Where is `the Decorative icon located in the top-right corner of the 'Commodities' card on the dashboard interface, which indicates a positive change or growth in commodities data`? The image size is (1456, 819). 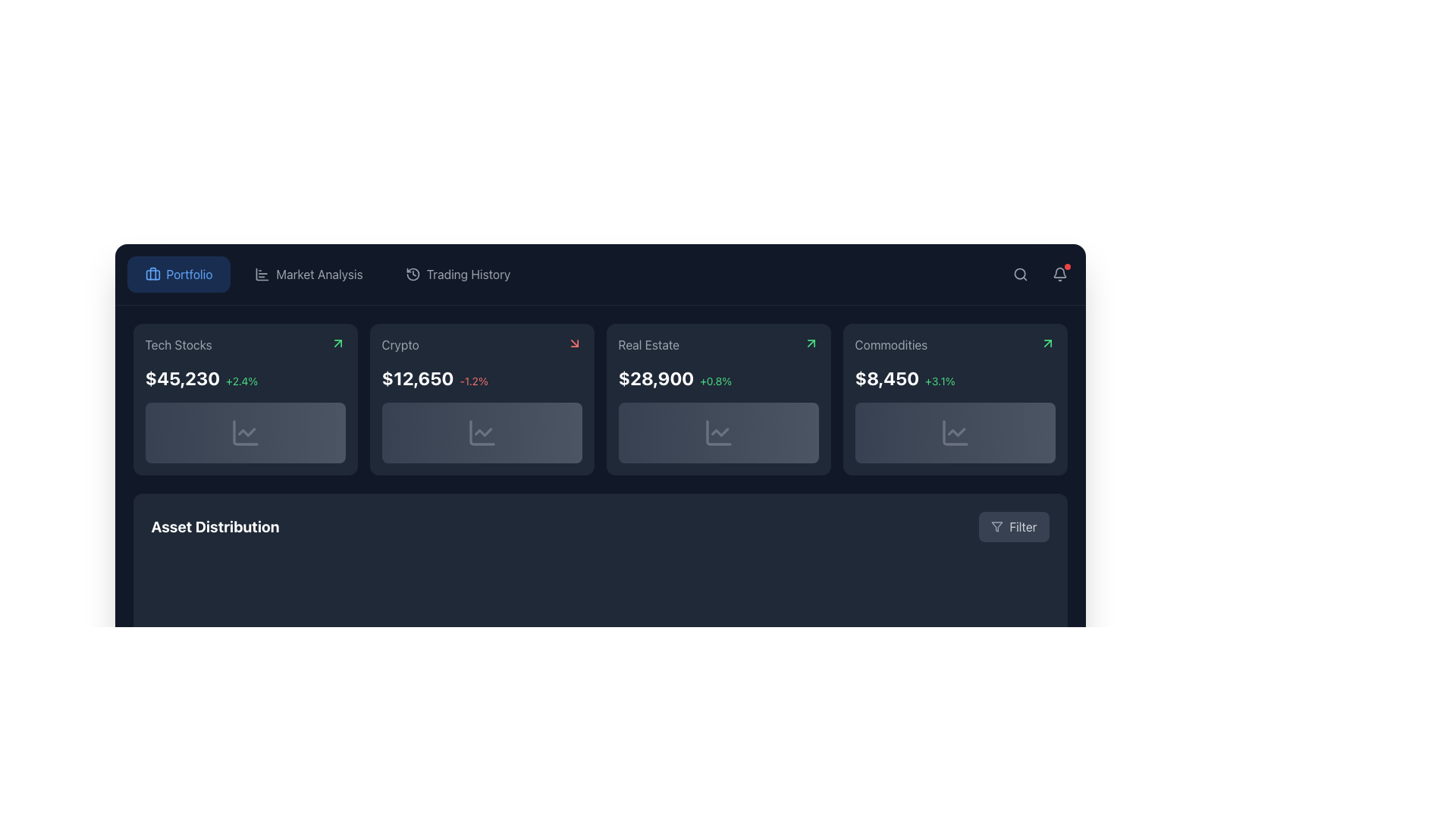 the Decorative icon located in the top-right corner of the 'Commodities' card on the dashboard interface, which indicates a positive change or growth in commodities data is located at coordinates (1046, 343).